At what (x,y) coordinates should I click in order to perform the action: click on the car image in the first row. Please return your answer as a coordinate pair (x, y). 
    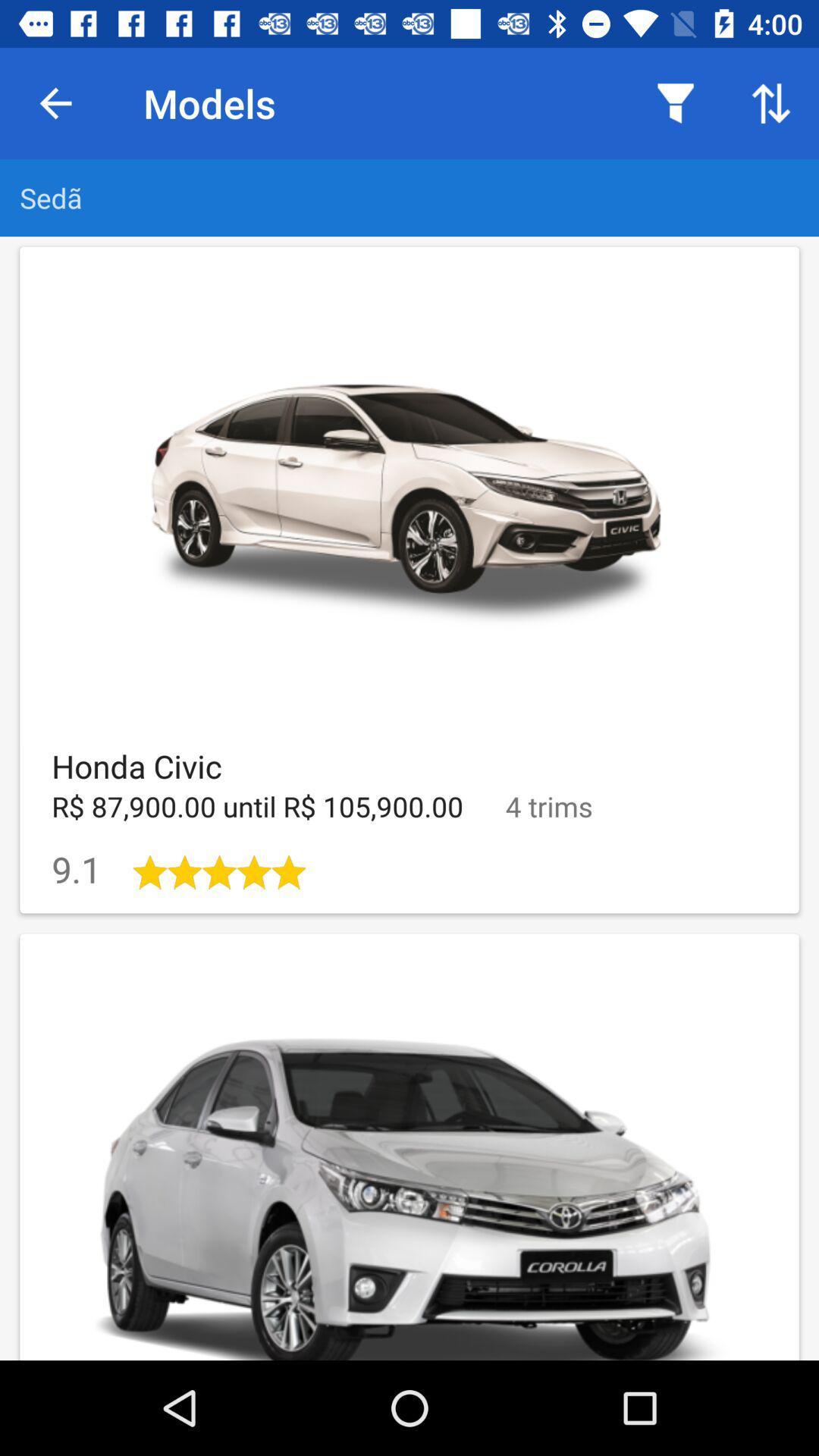
    Looking at the image, I should click on (409, 495).